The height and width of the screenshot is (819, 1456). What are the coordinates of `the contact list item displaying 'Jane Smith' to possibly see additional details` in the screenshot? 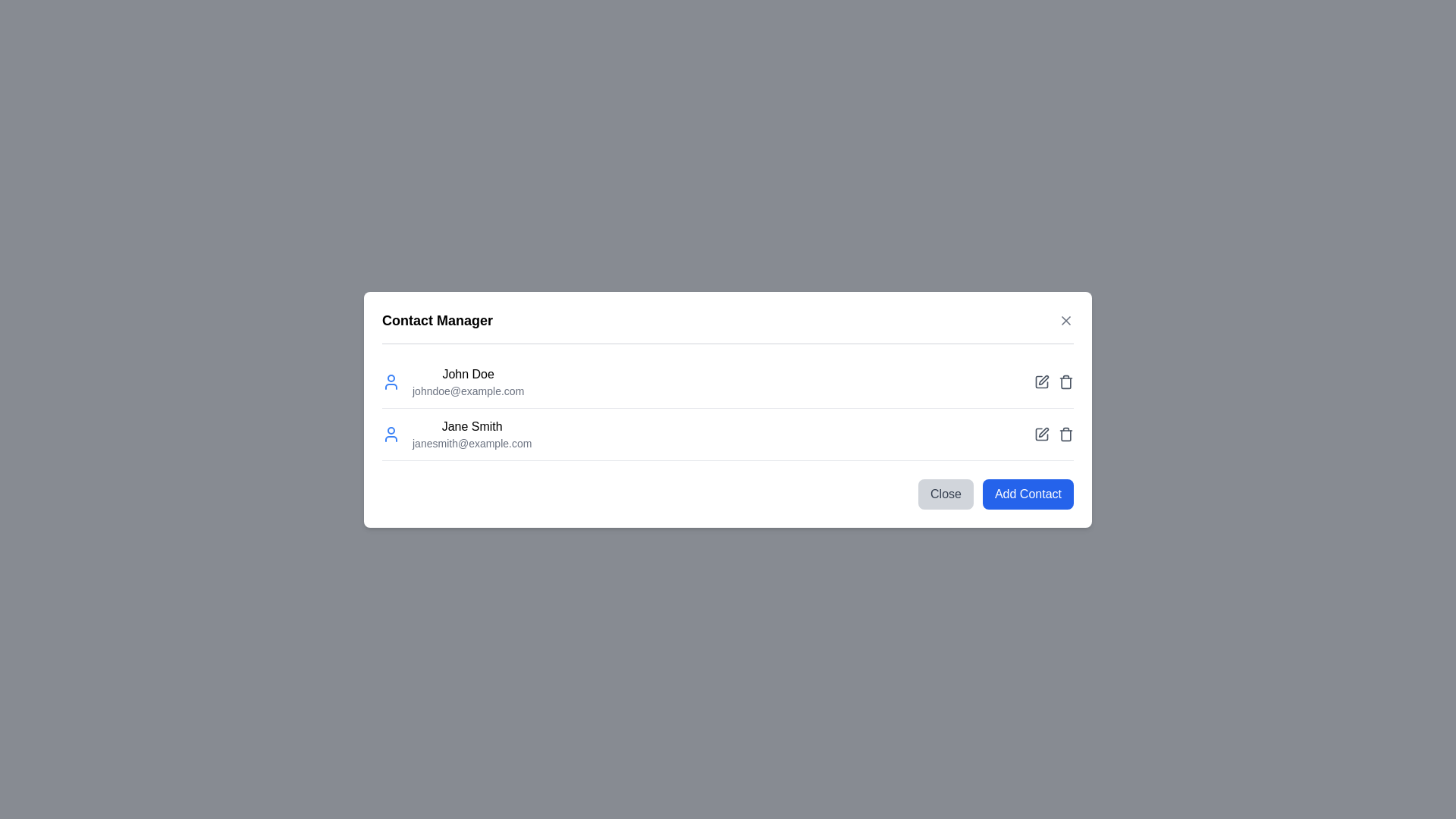 It's located at (456, 434).